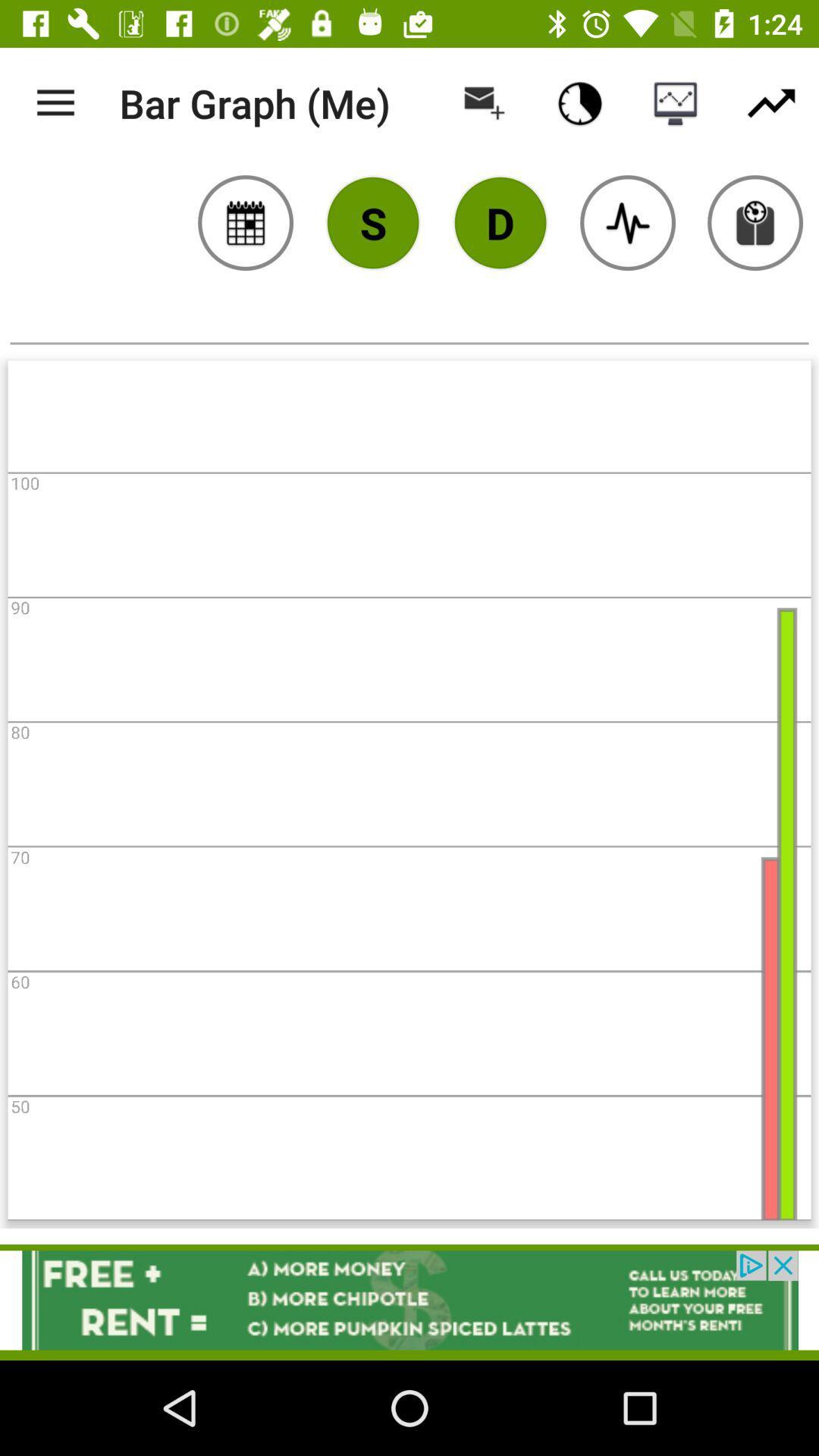  Describe the element at coordinates (245, 221) in the screenshot. I see `the date_range icon` at that location.